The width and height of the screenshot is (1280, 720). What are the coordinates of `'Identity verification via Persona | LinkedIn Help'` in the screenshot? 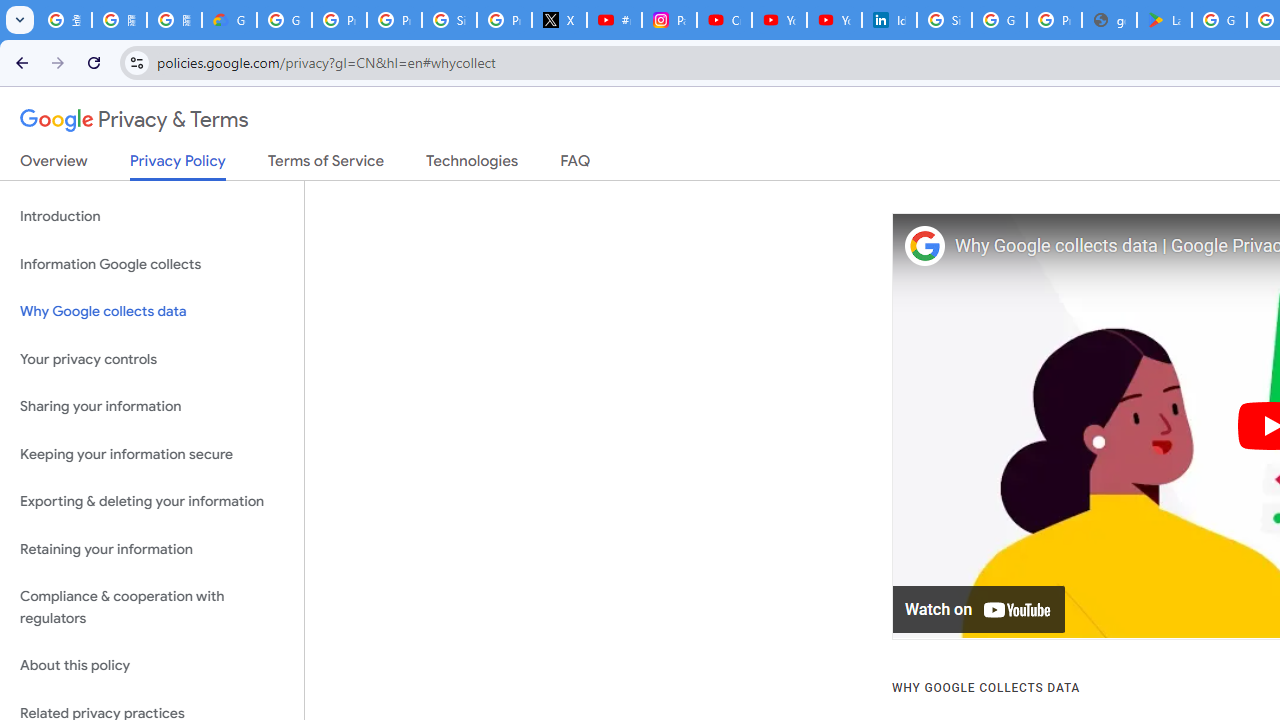 It's located at (887, 20).